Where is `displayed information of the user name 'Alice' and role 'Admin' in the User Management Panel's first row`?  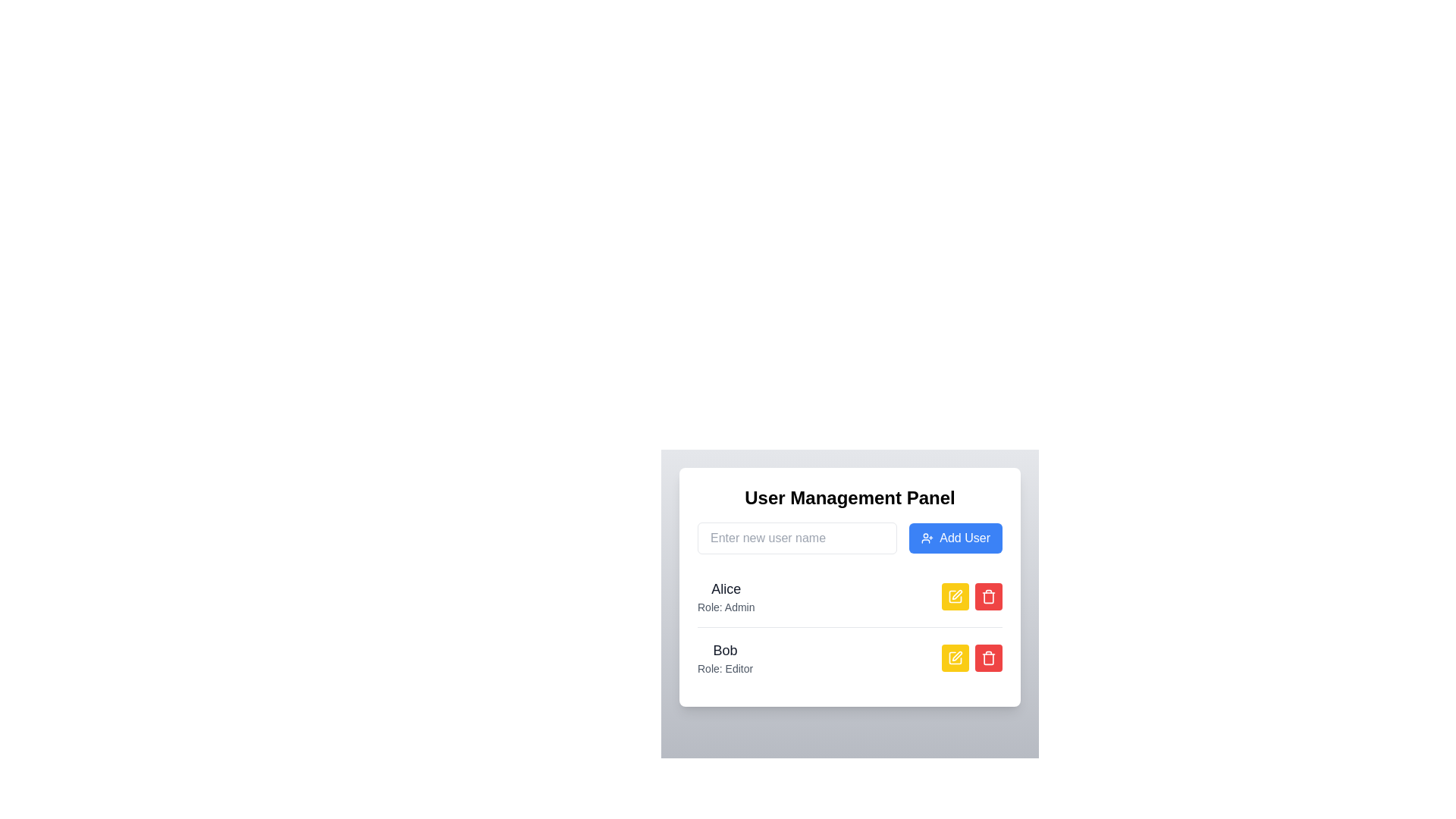
displayed information of the user name 'Alice' and role 'Admin' in the User Management Panel's first row is located at coordinates (725, 595).